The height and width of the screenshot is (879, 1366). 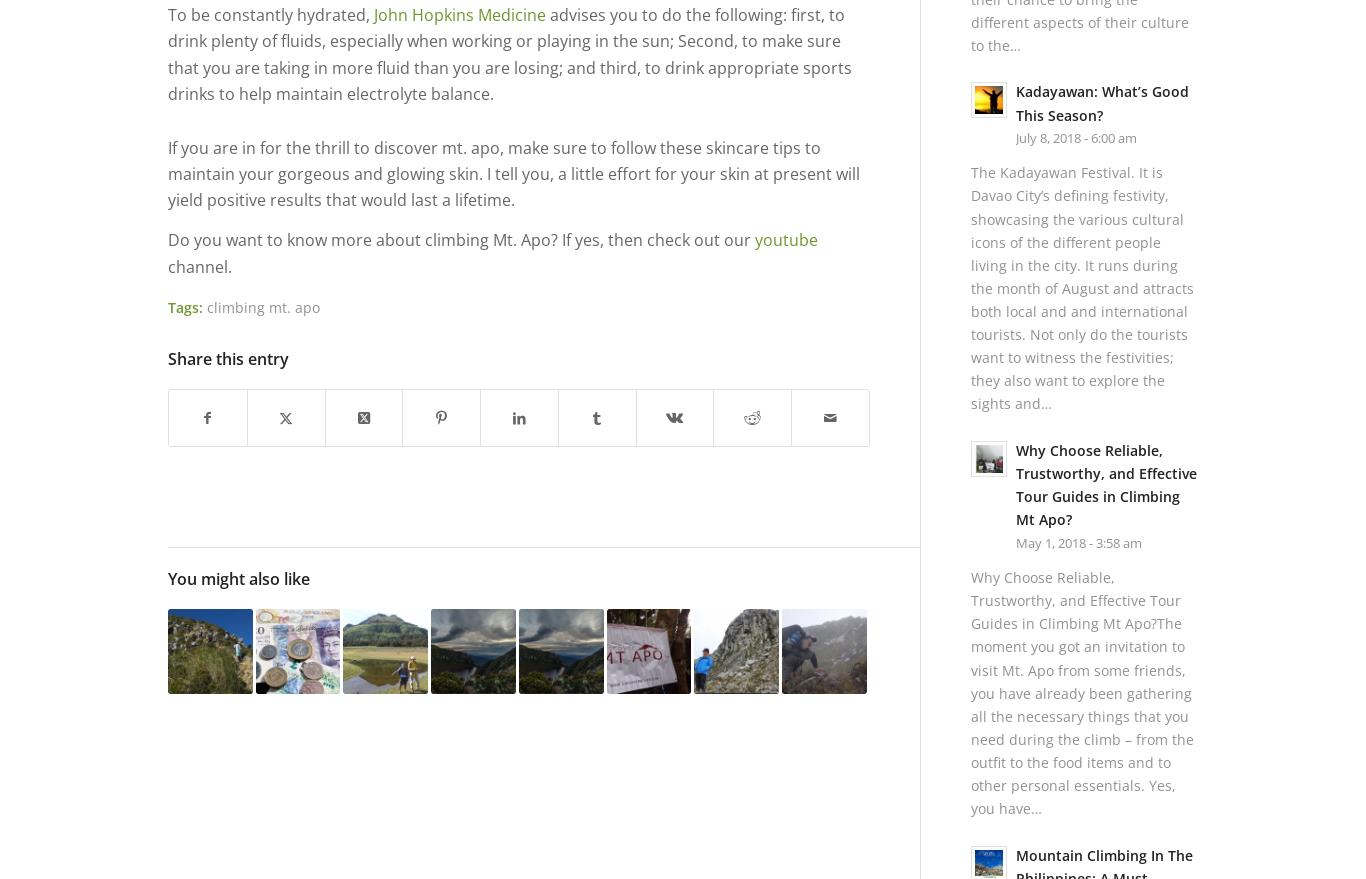 What do you see at coordinates (198, 264) in the screenshot?
I see `'channel.'` at bounding box center [198, 264].